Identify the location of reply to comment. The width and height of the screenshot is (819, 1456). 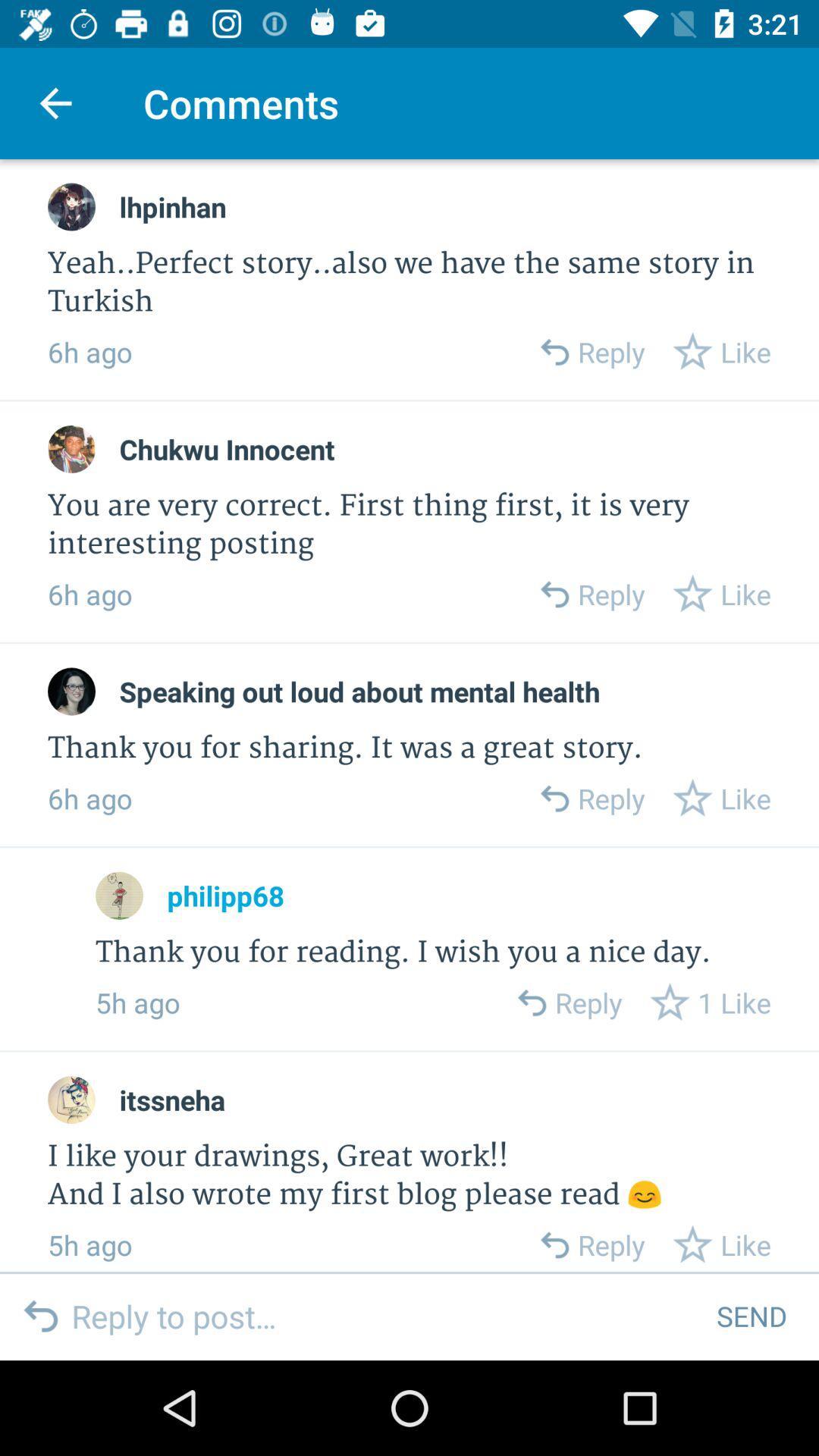
(554, 797).